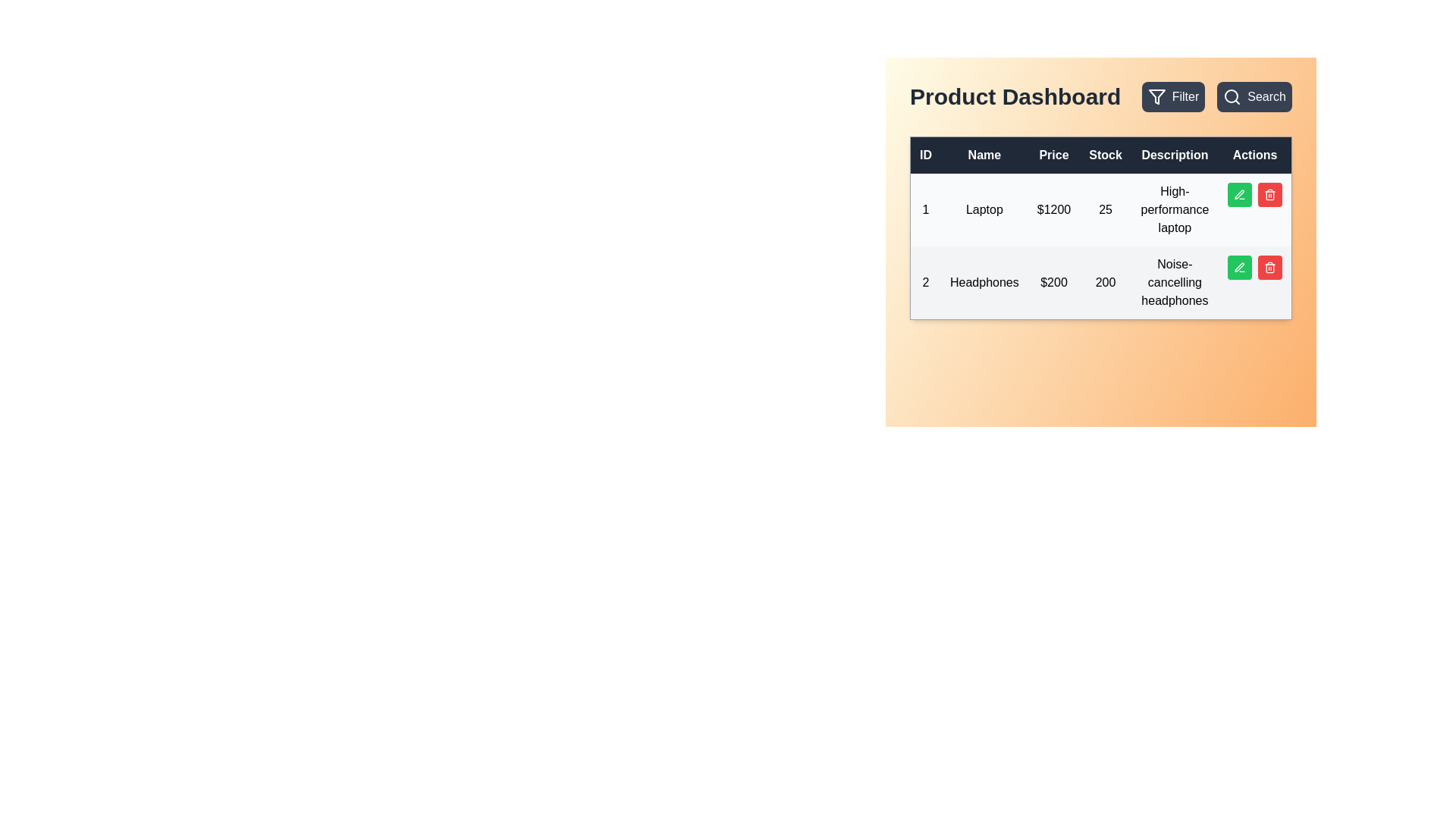 The height and width of the screenshot is (819, 1456). Describe the element at coordinates (1100, 96) in the screenshot. I see `the header text 'Product Dashboard' in the Composite UI component to get detailed information` at that location.